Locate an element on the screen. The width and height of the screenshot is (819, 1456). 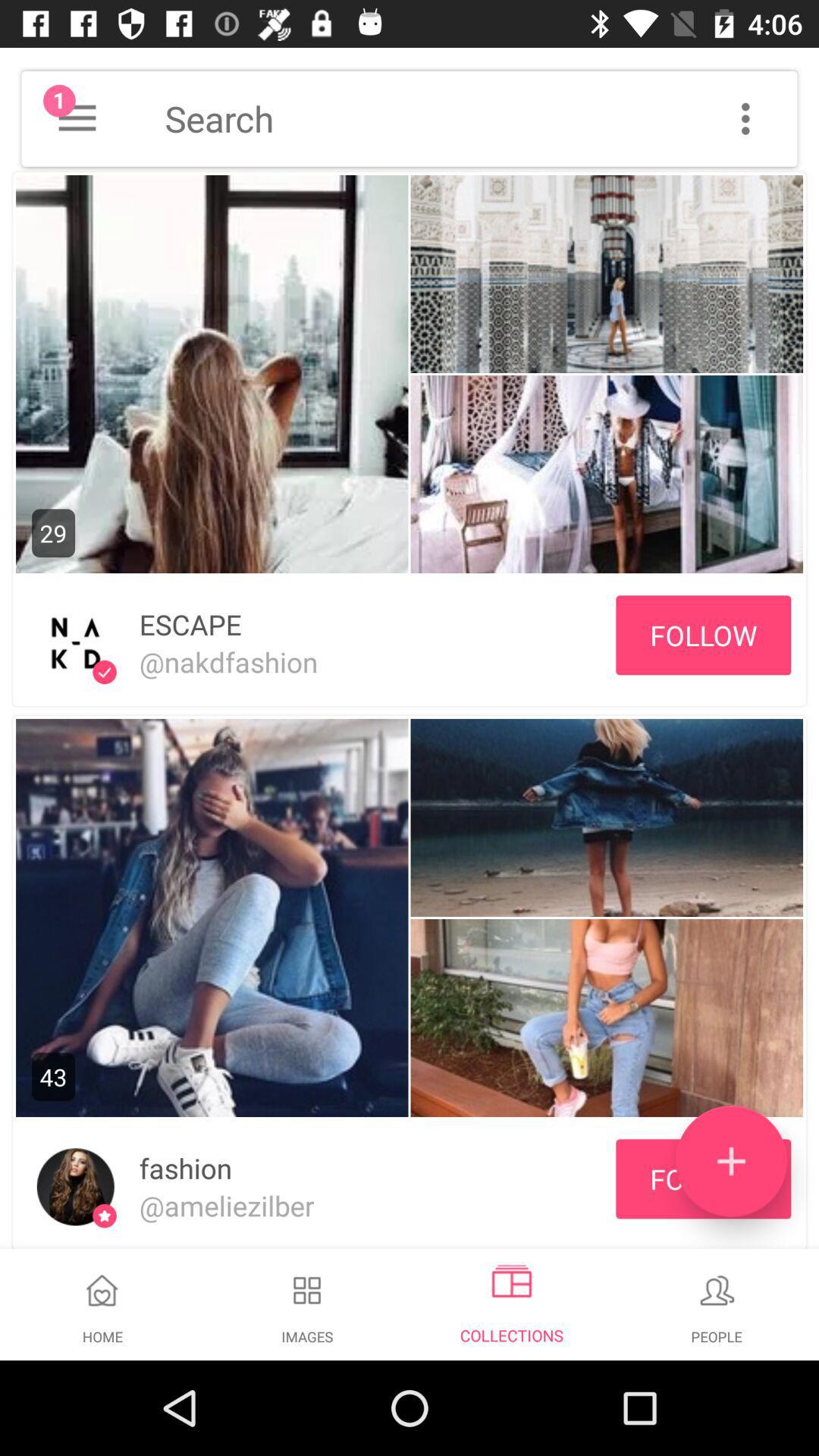
icon to the right of fashion item is located at coordinates (730, 1160).